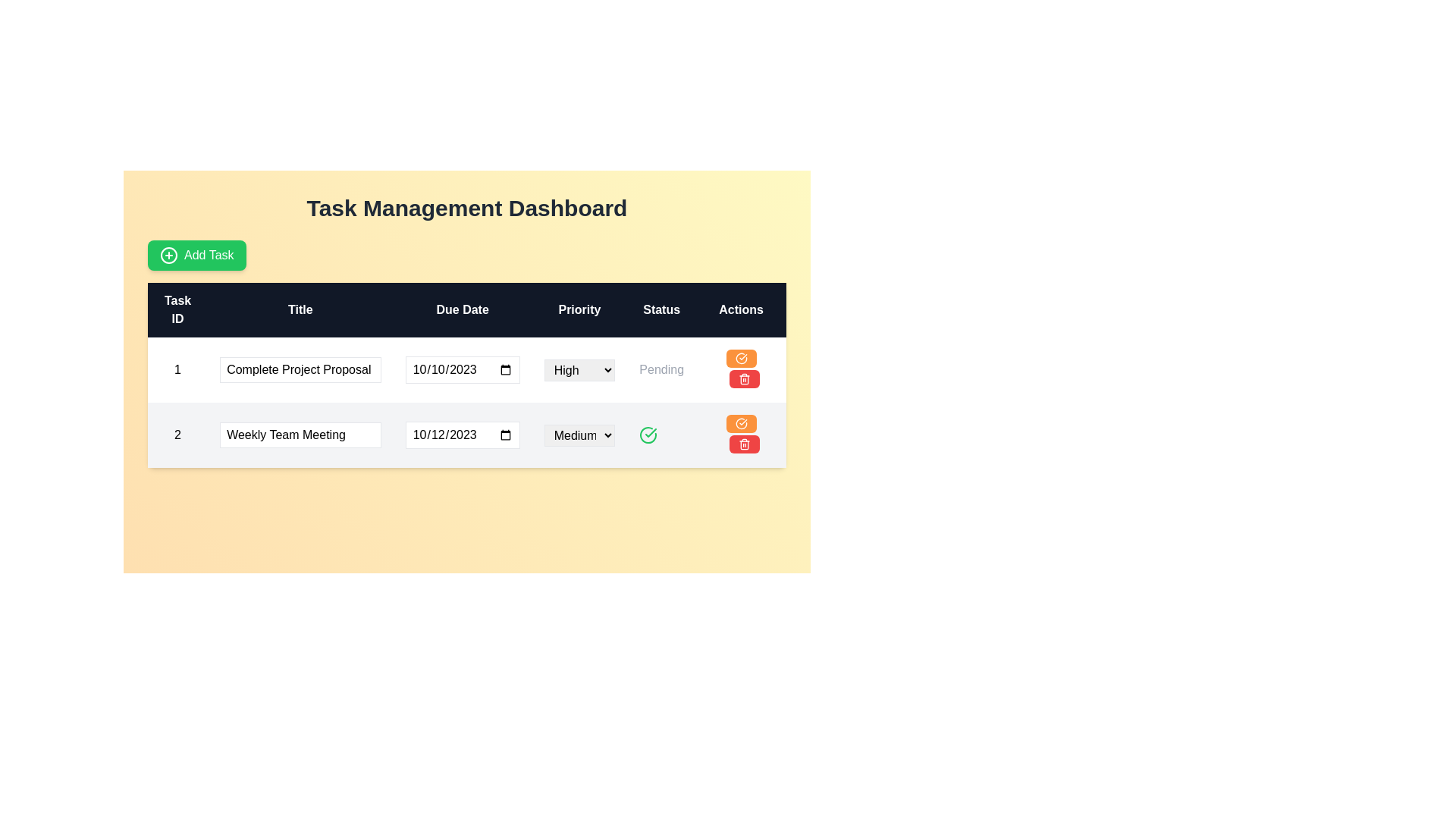  Describe the element at coordinates (462, 370) in the screenshot. I see `the Date input field in the 'Due Date' column of the first row` at that location.